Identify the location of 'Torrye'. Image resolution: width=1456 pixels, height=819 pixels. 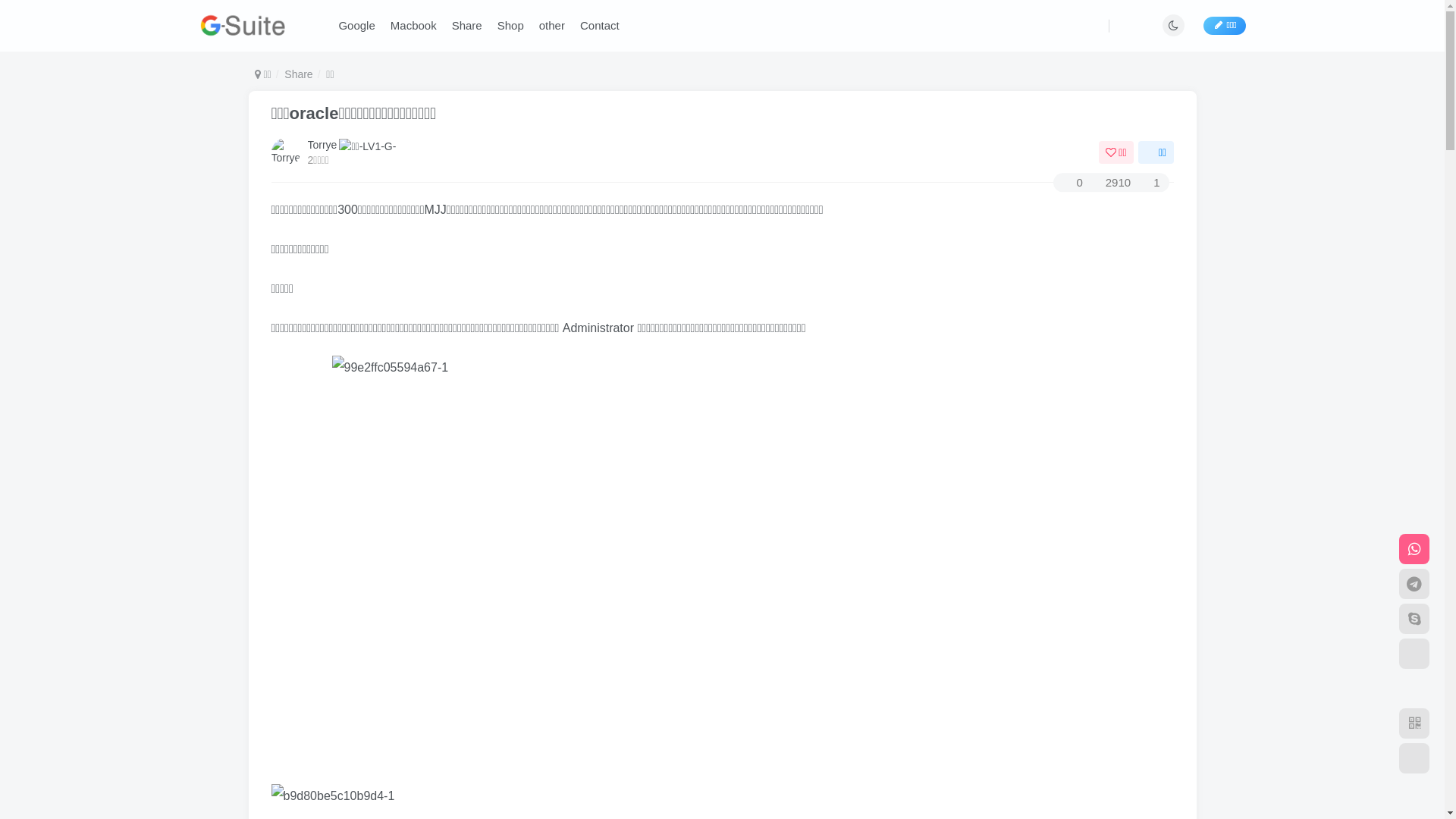
(322, 145).